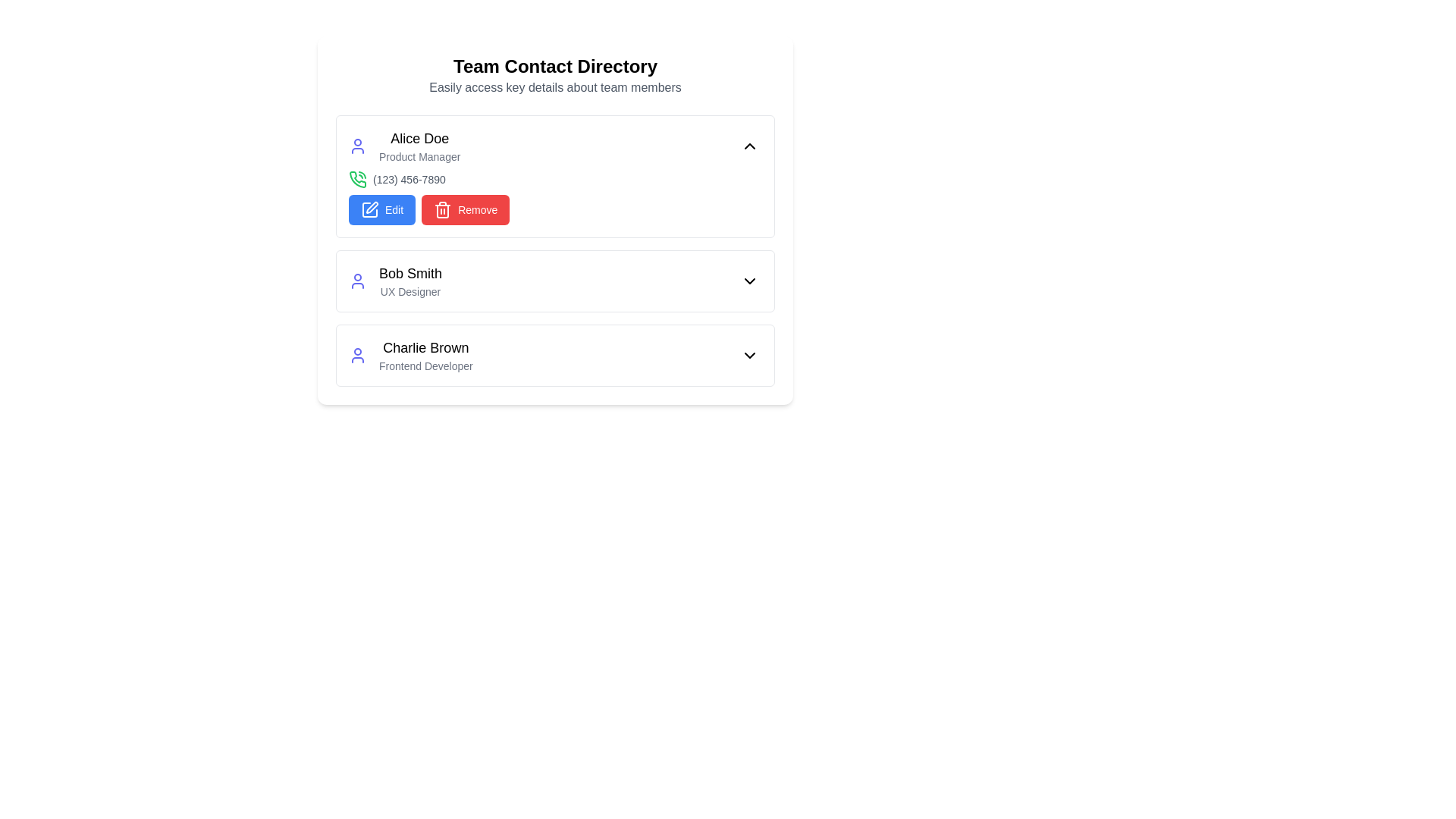 The height and width of the screenshot is (819, 1456). I want to click on text content displaying the name and job title of the team member located in the second section of the 'Team Contact Directory', positioned below 'Alice Doe' and above 'Charlie Brown', so click(410, 281).